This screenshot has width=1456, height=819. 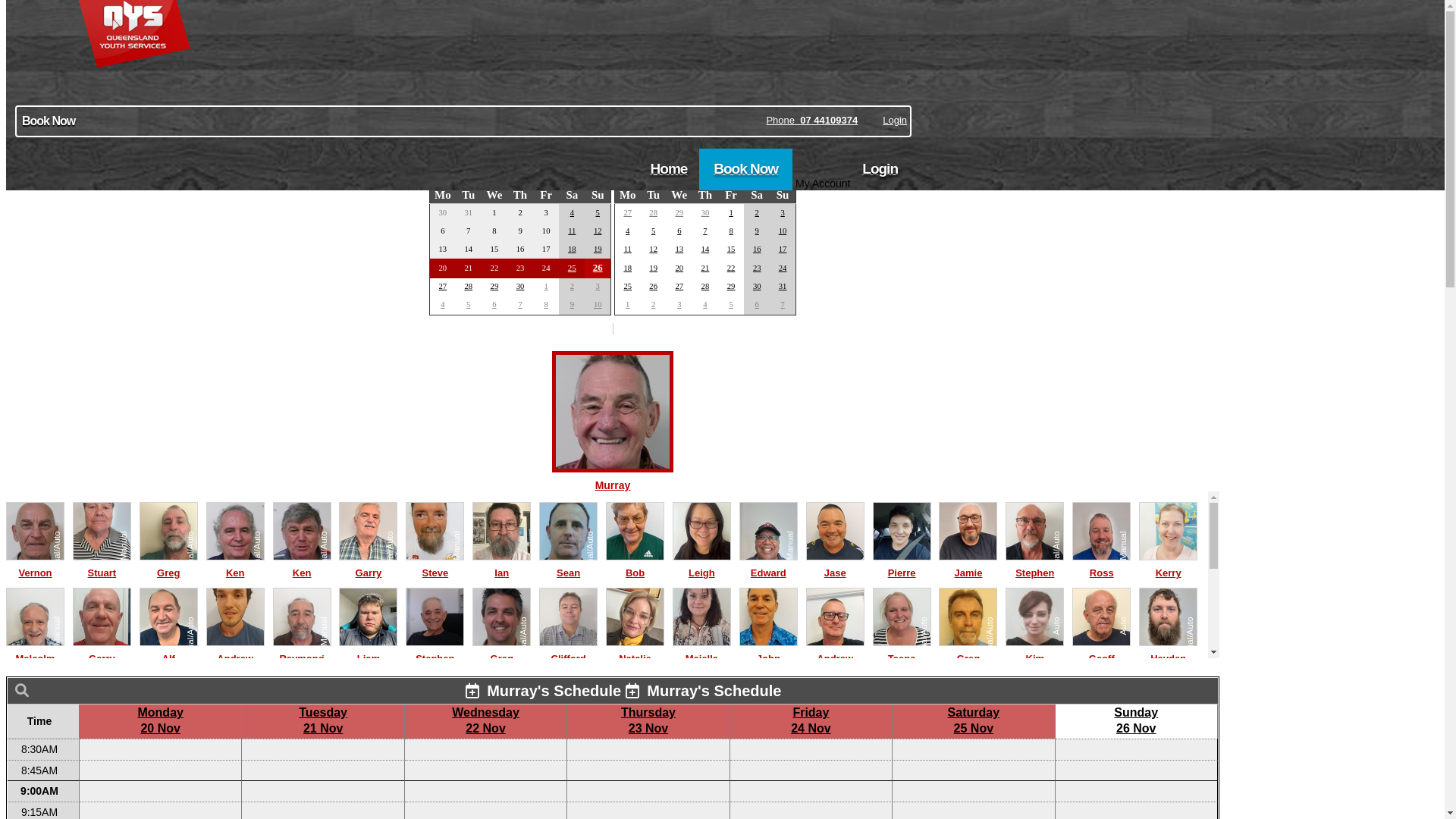 I want to click on '29', so click(x=678, y=212).